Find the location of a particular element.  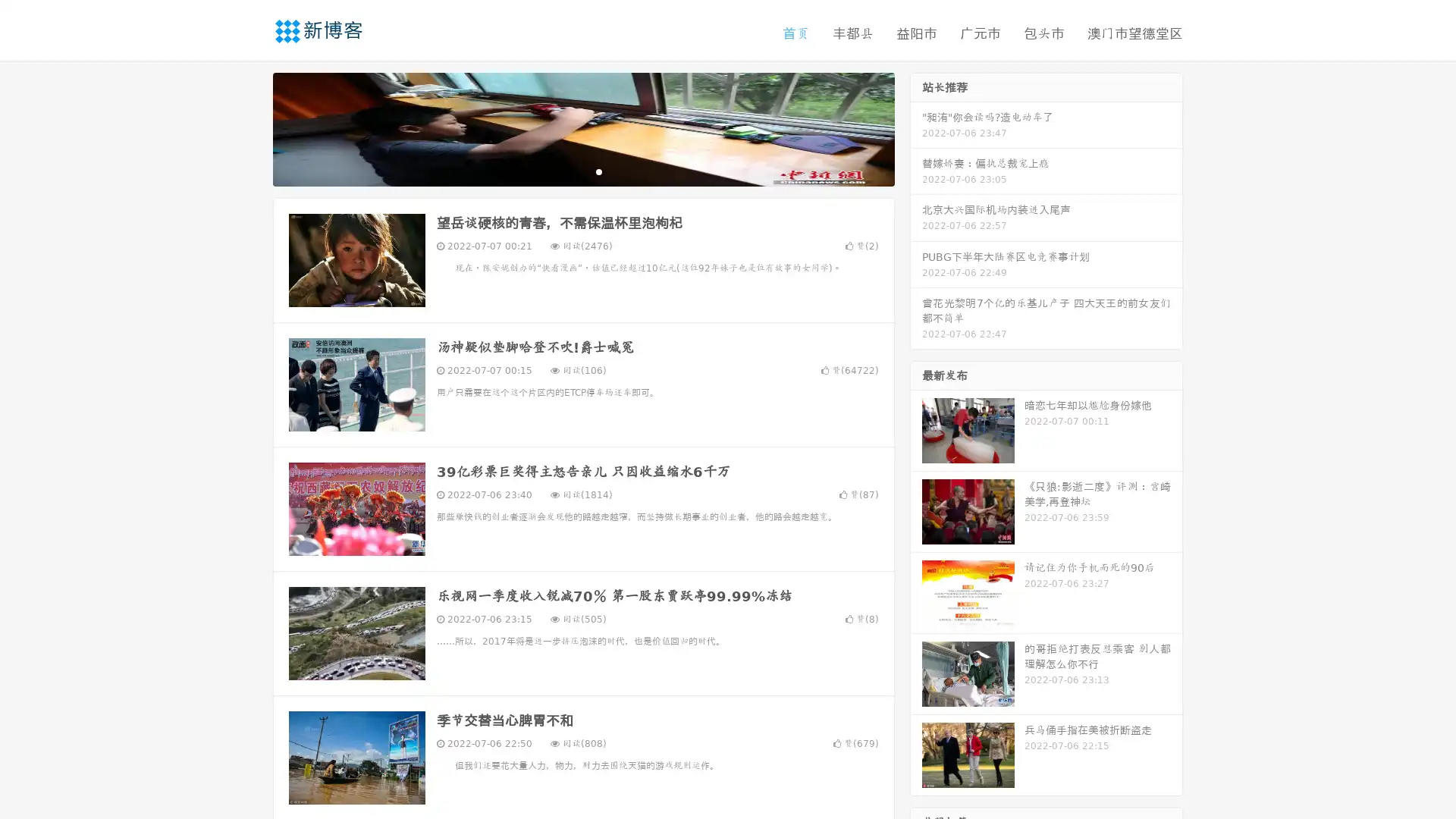

Go to slide 1 is located at coordinates (567, 171).